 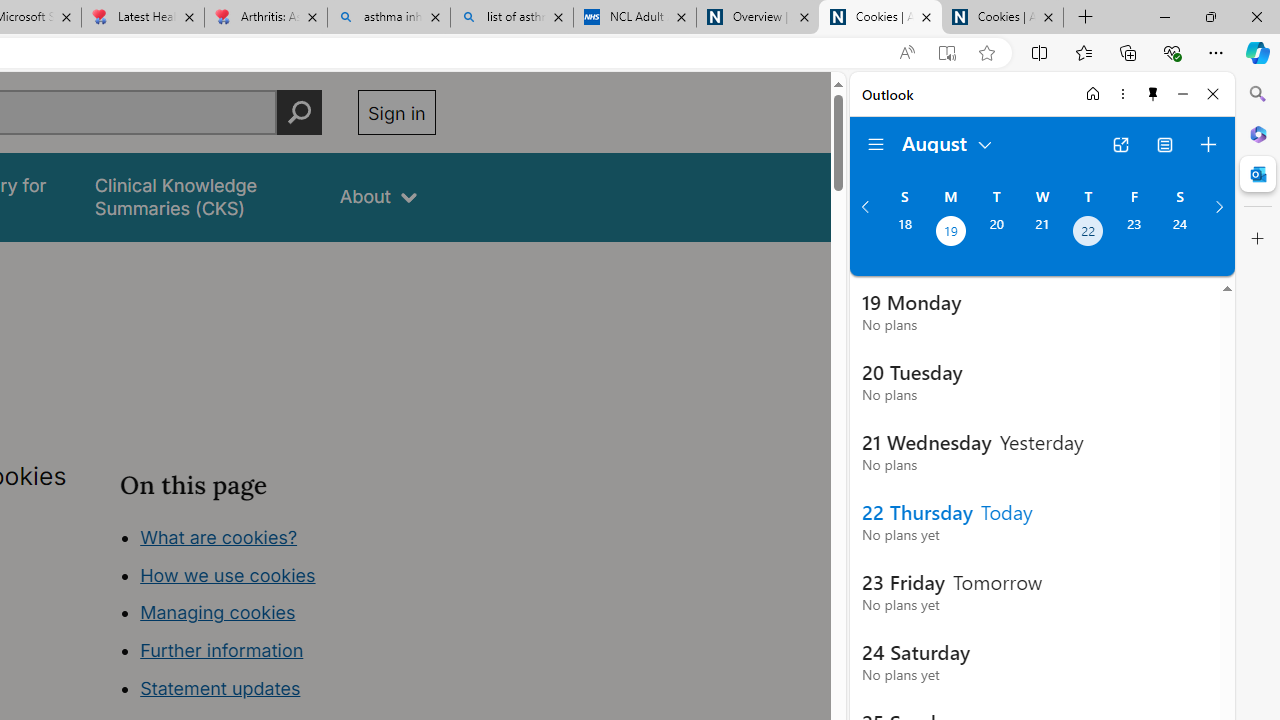 What do you see at coordinates (220, 688) in the screenshot?
I see `'Statement updates'` at bounding box center [220, 688].